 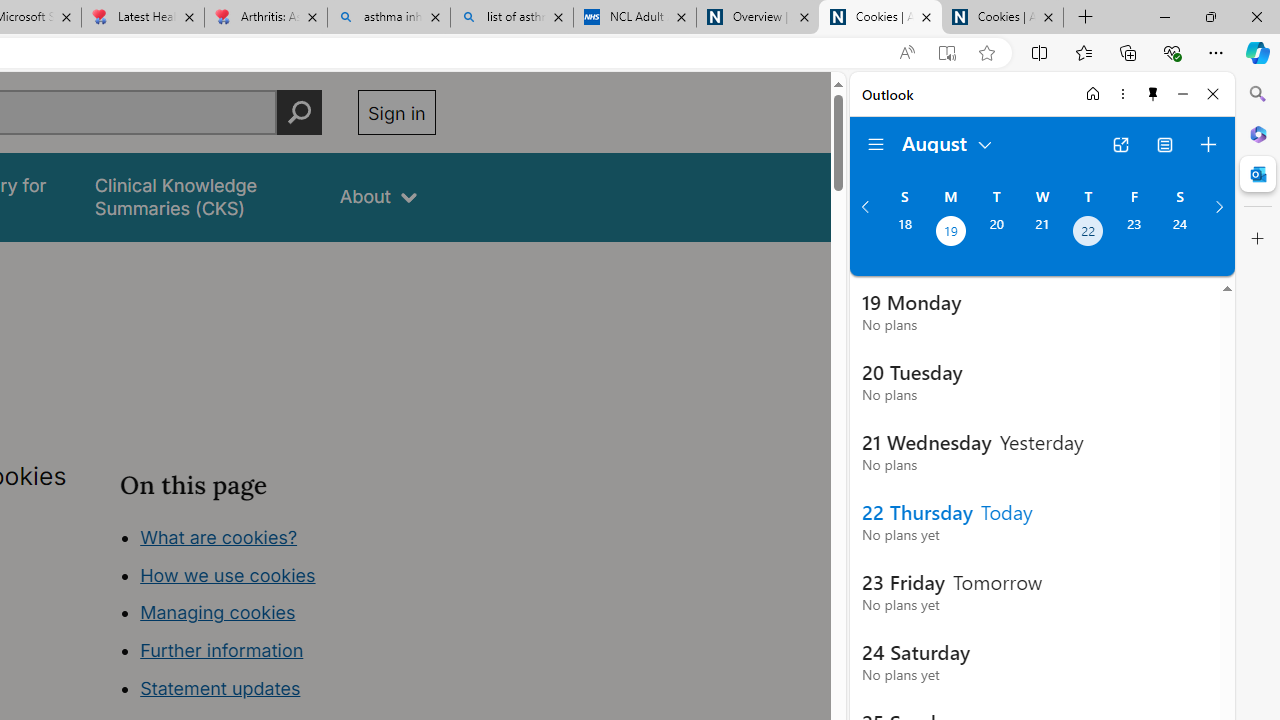 What do you see at coordinates (220, 688) in the screenshot?
I see `'Statement updates'` at bounding box center [220, 688].